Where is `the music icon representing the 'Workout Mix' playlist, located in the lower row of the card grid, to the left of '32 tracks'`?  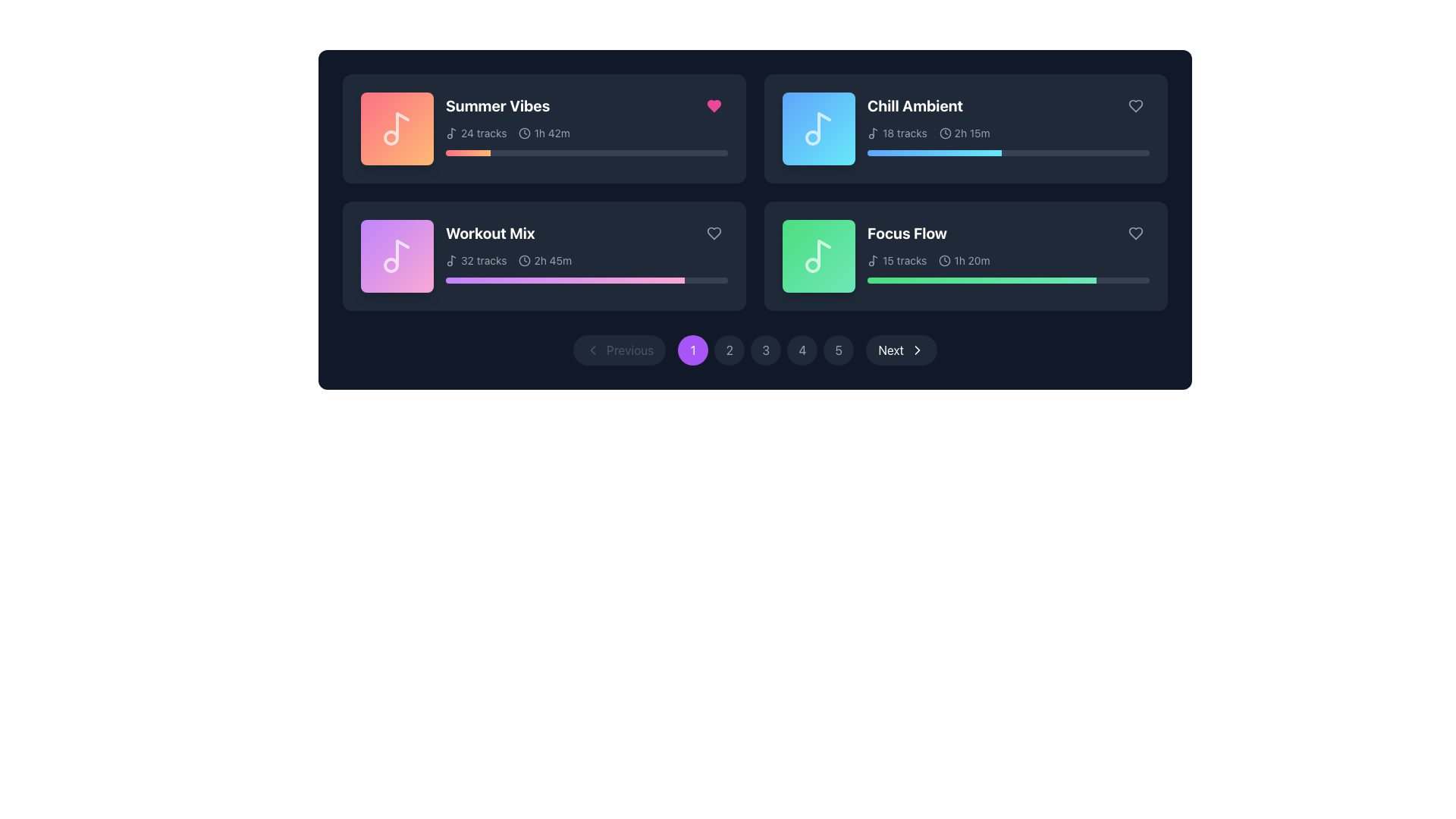 the music icon representing the 'Workout Mix' playlist, located in the lower row of the card grid, to the left of '32 tracks' is located at coordinates (450, 259).